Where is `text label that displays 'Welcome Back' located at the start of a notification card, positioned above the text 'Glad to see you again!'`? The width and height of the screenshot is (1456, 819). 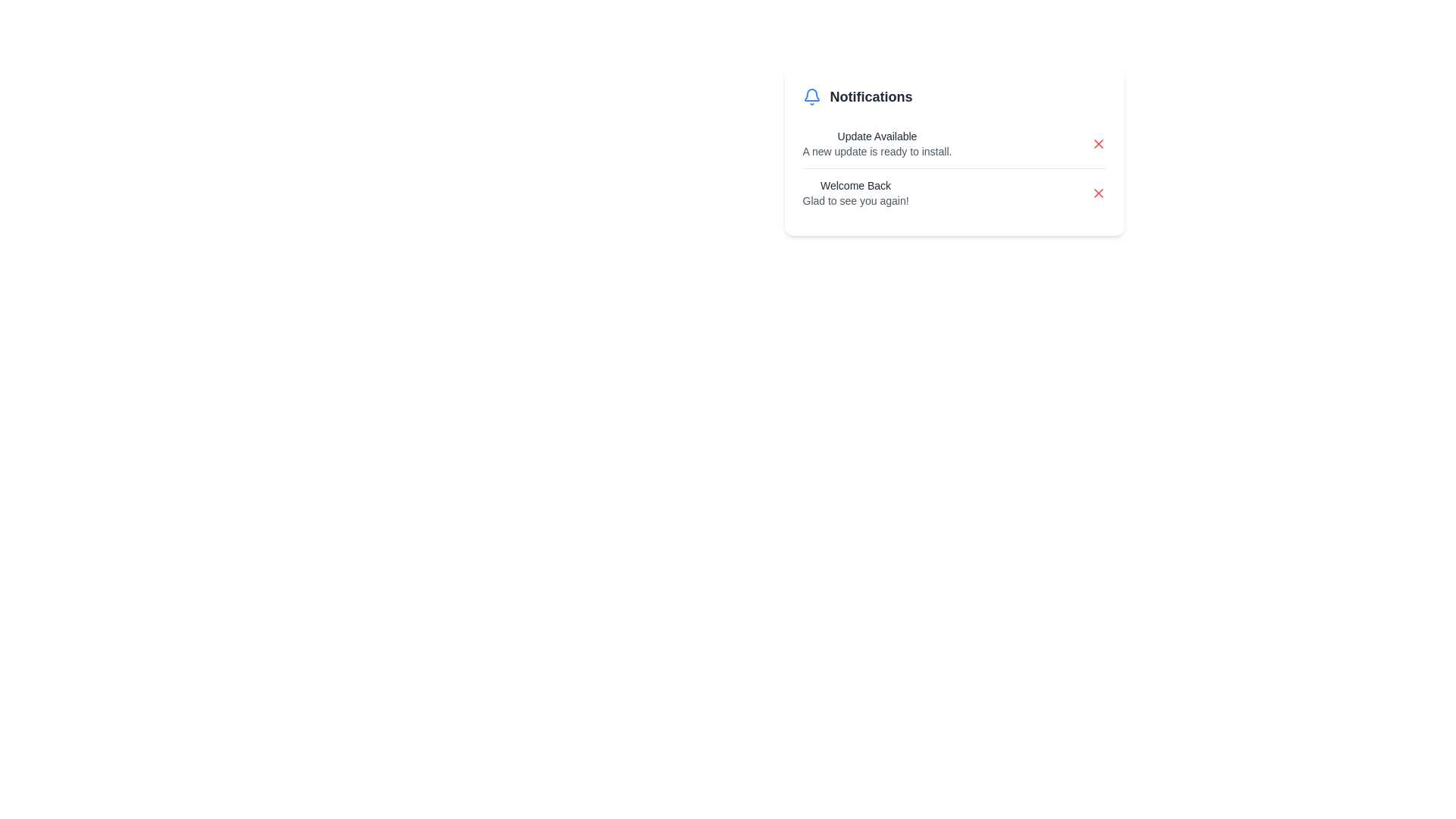
text label that displays 'Welcome Back' located at the start of a notification card, positioned above the text 'Glad to see you again!' is located at coordinates (855, 185).